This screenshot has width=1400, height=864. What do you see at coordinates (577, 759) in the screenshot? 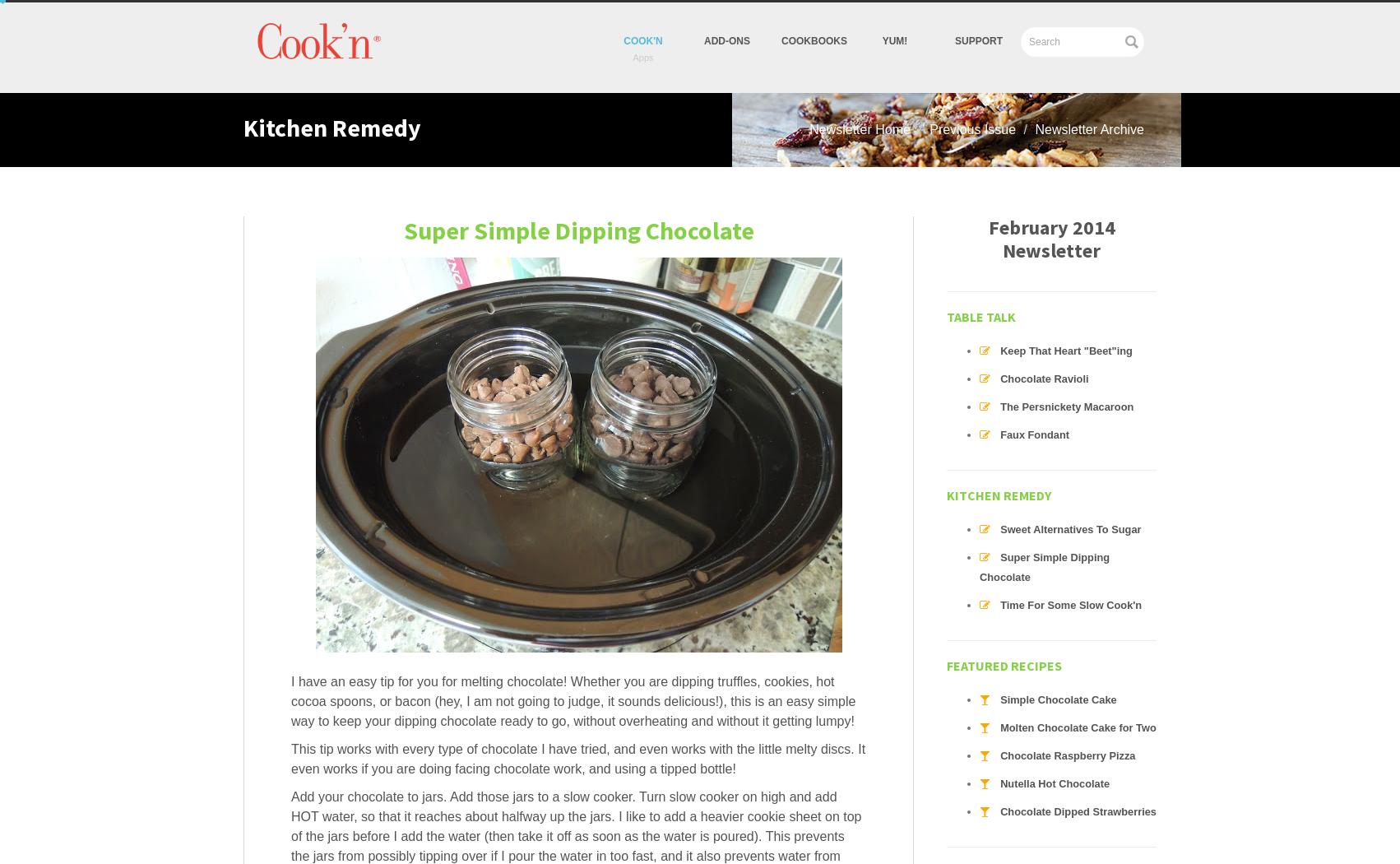
I see `'This tip works with every type of chocolate I have tried, and even works with the little melty discs. It even works if you are doing facing chocolate work, and using a tipped bottle!'` at bounding box center [577, 759].